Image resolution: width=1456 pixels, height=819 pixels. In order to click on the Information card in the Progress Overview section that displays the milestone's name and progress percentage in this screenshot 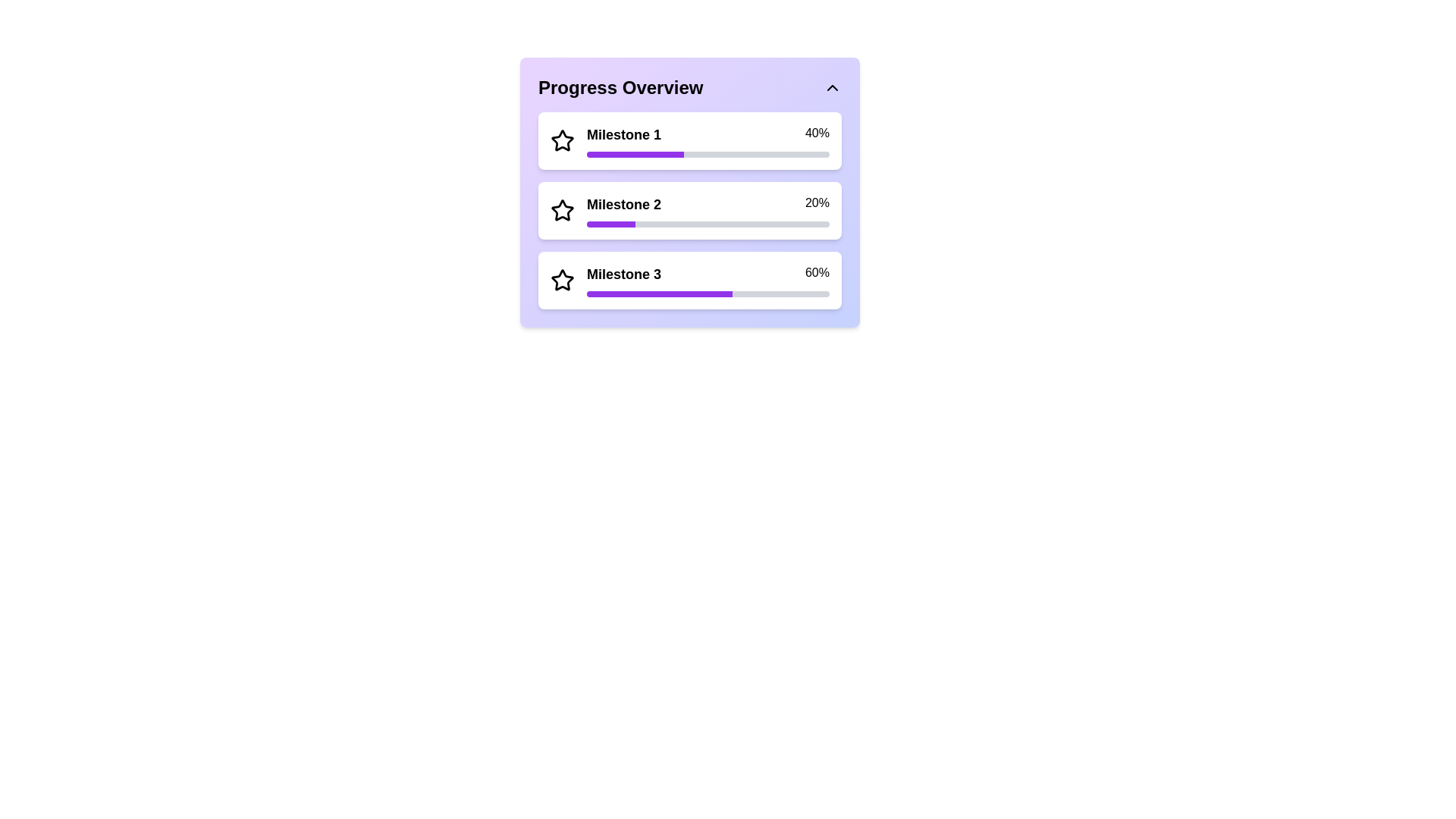, I will do `click(689, 140)`.